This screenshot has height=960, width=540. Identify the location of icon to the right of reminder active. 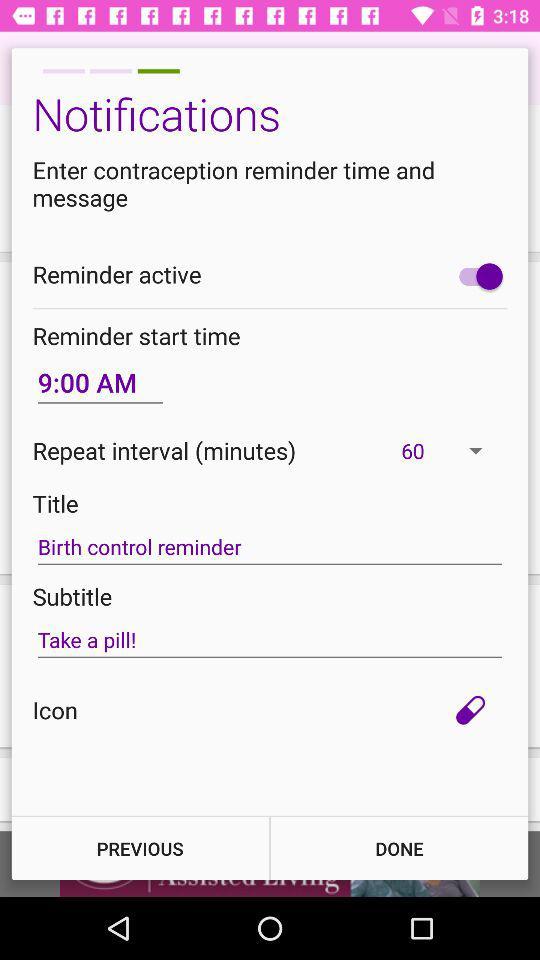
(475, 275).